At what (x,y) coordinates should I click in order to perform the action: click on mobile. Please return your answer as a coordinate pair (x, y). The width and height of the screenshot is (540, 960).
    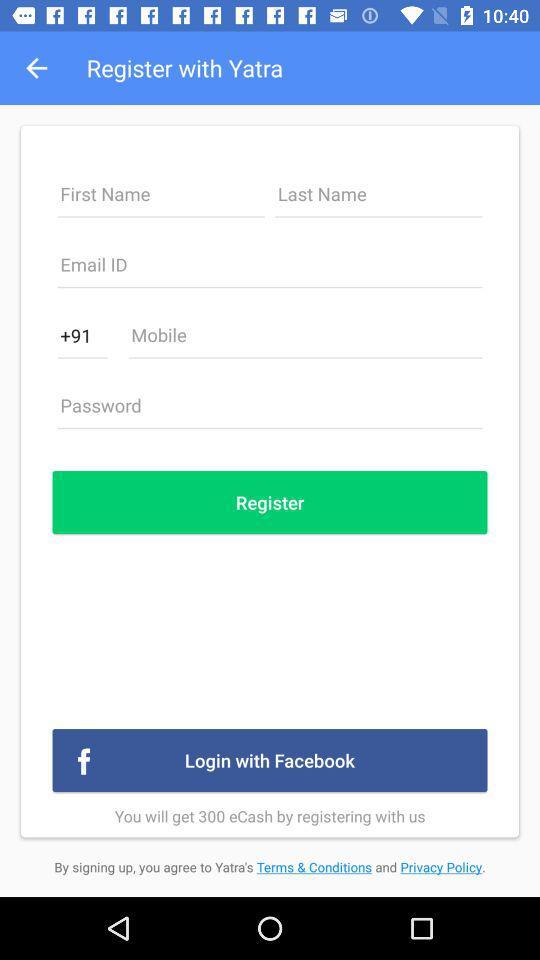
    Looking at the image, I should click on (305, 340).